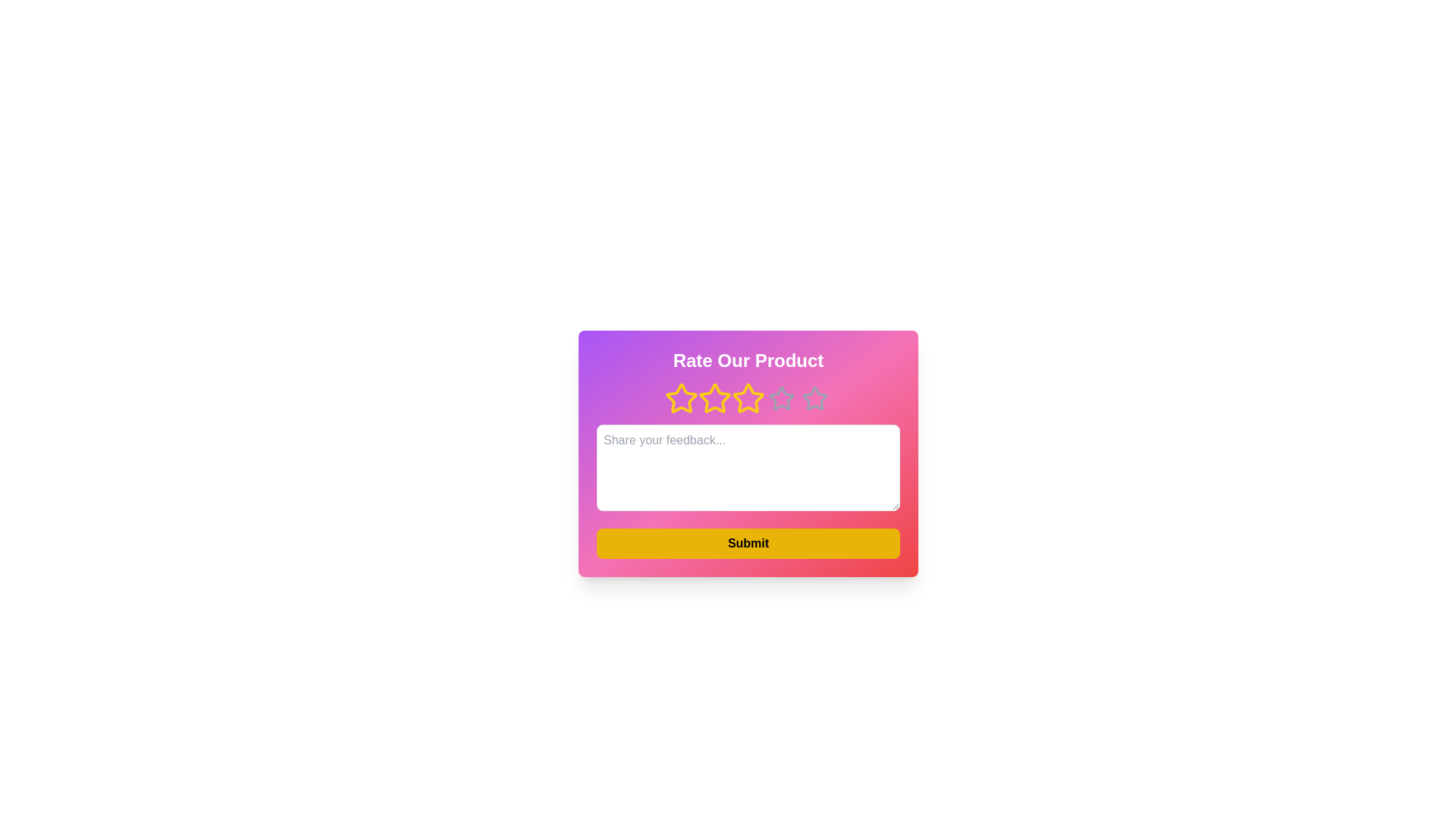 This screenshot has height=819, width=1456. Describe the element at coordinates (748, 397) in the screenshot. I see `the fourth star icon in the rating section` at that location.